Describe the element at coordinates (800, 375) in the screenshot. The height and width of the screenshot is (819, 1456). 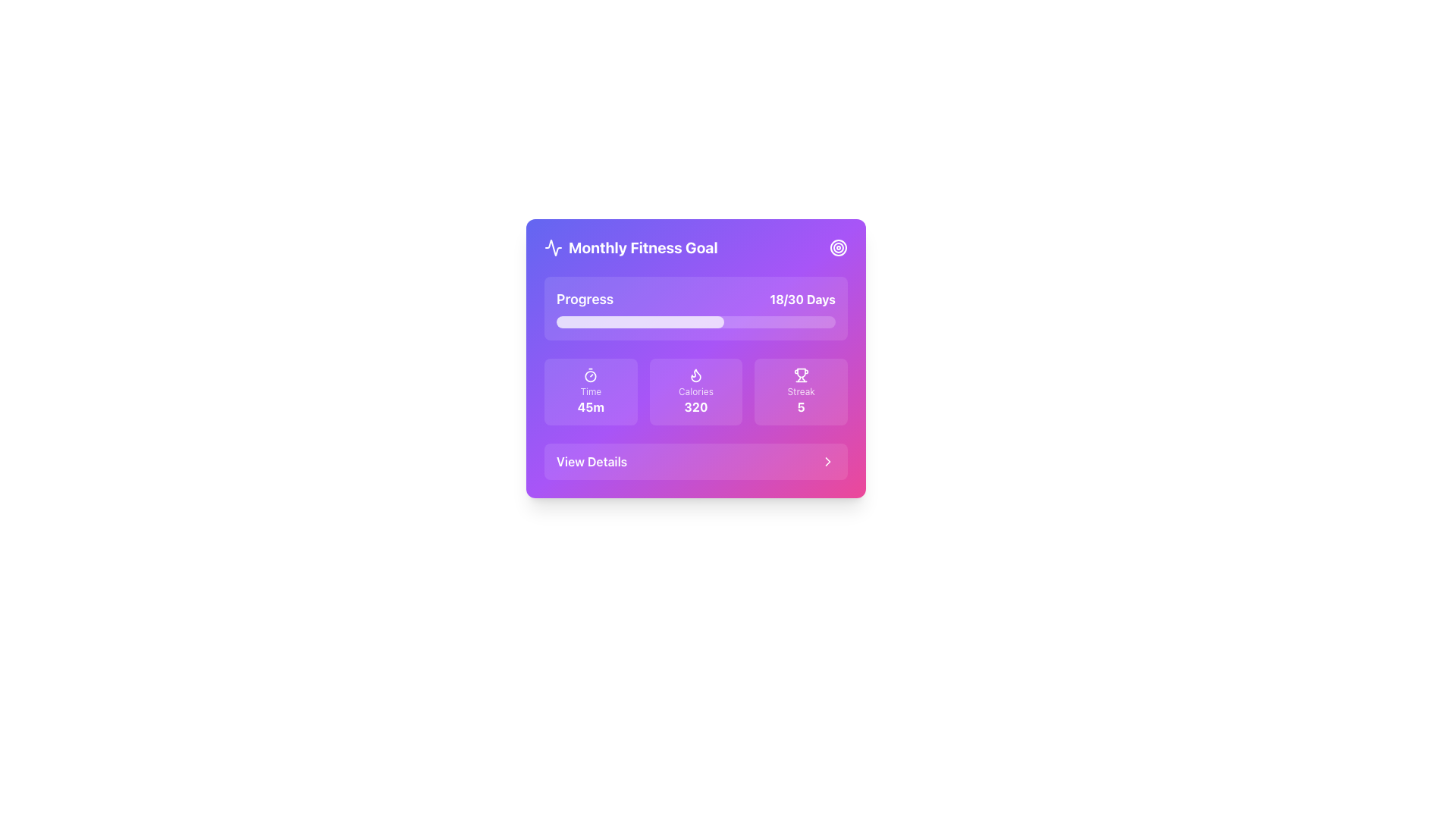
I see `the meaning of the streak achievement icon located` at that location.